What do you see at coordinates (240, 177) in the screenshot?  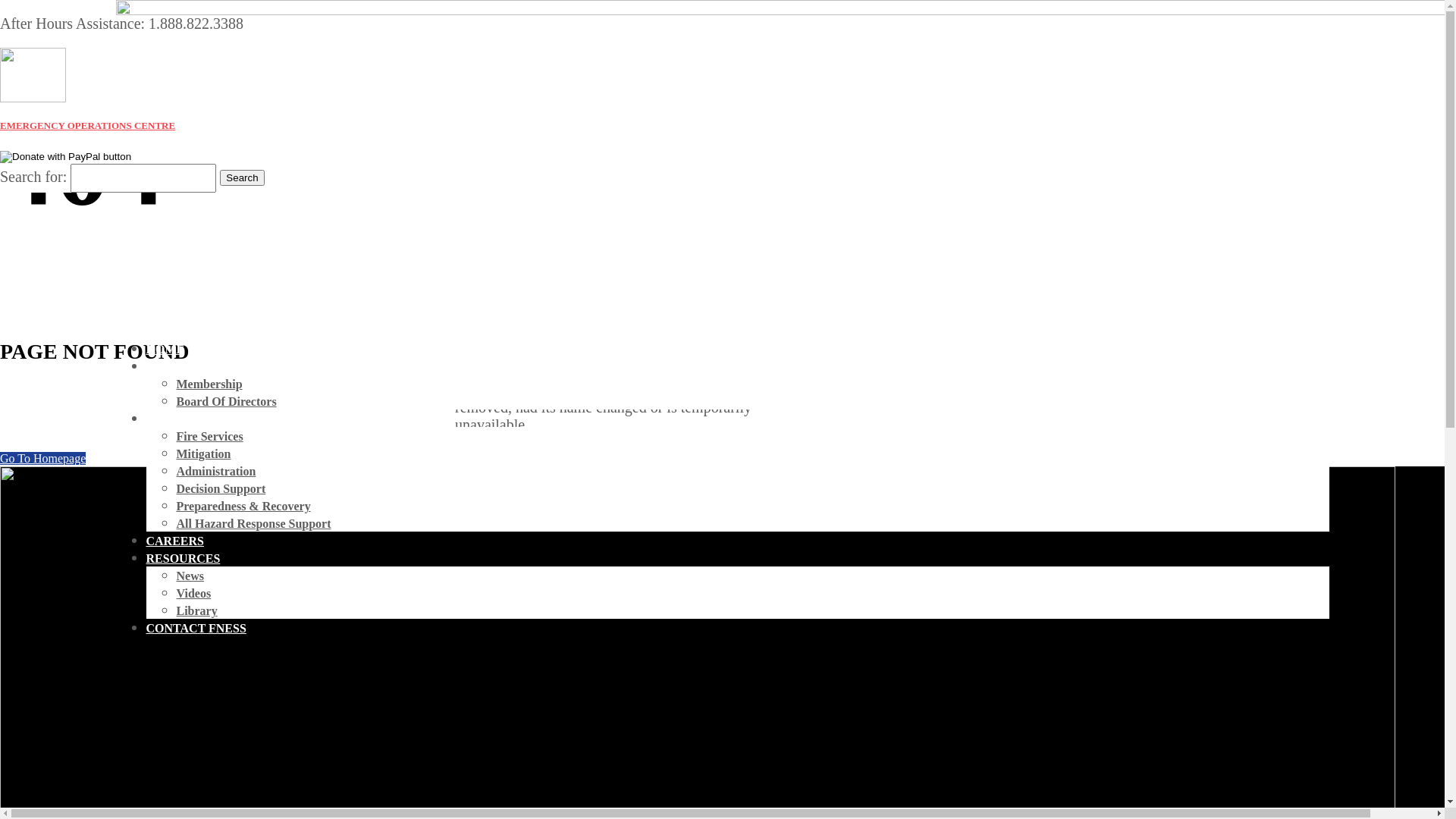 I see `'Search'` at bounding box center [240, 177].